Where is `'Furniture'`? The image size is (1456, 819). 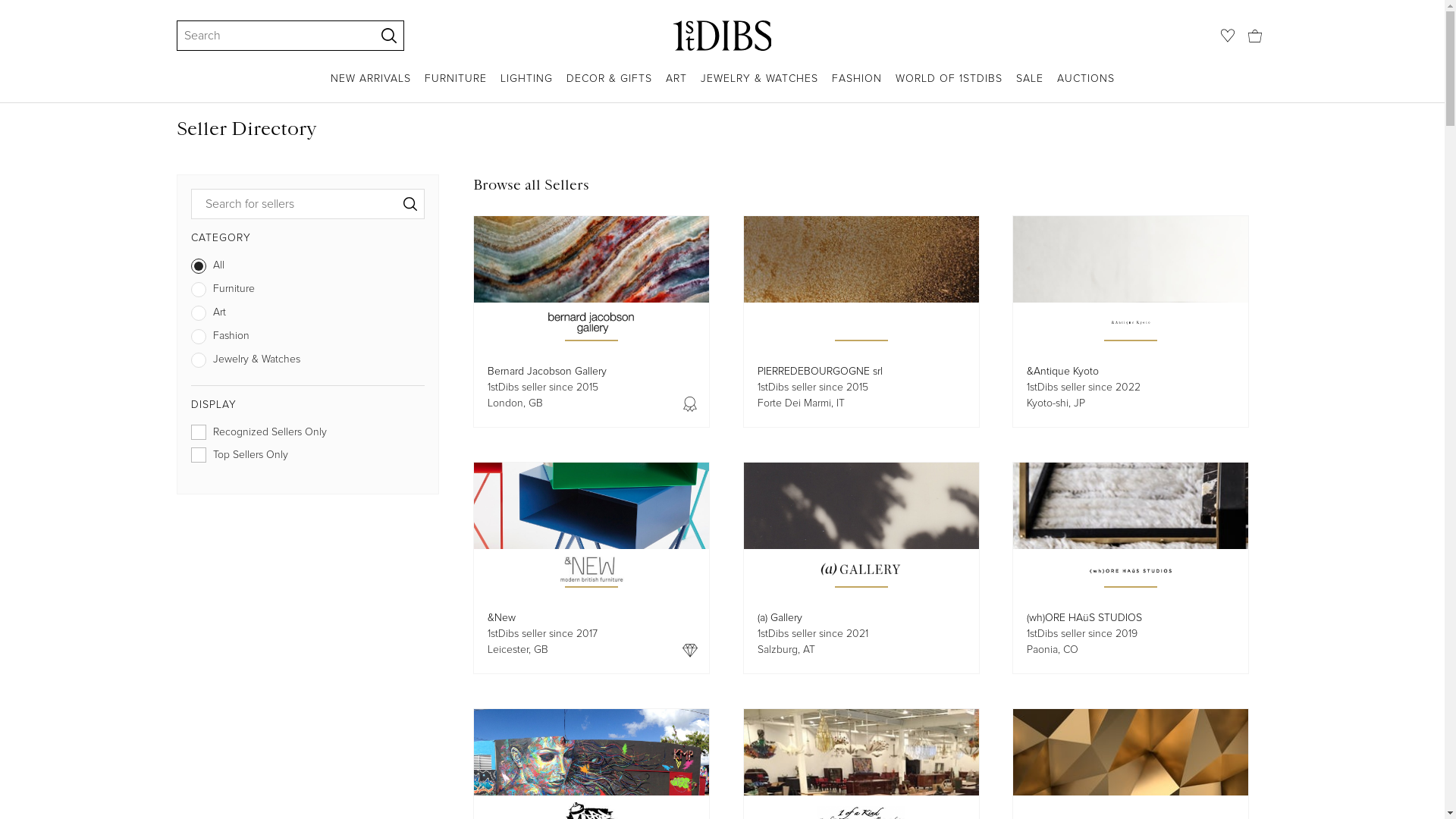
'Furniture' is located at coordinates (307, 292).